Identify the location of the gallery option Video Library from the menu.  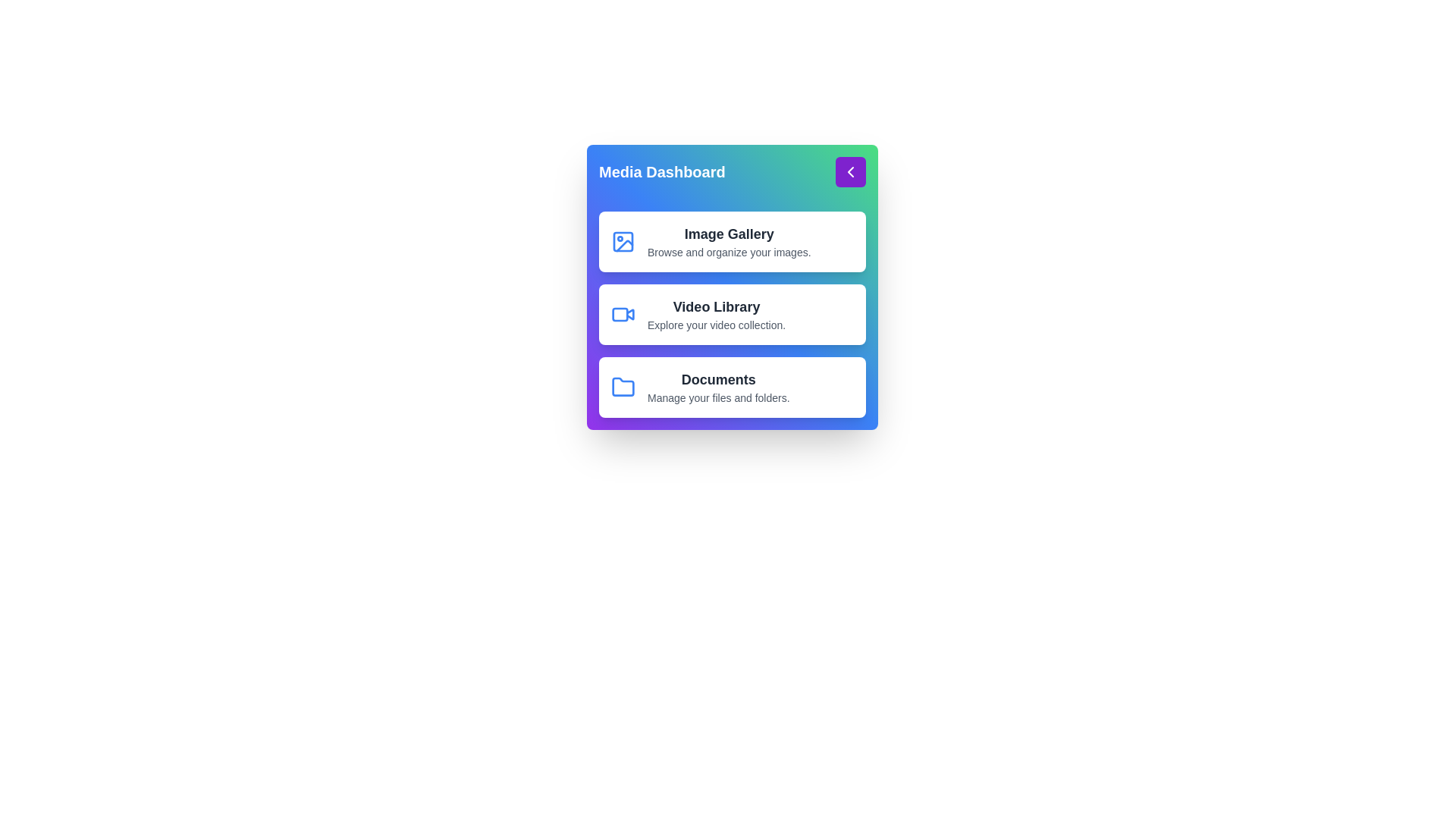
(732, 314).